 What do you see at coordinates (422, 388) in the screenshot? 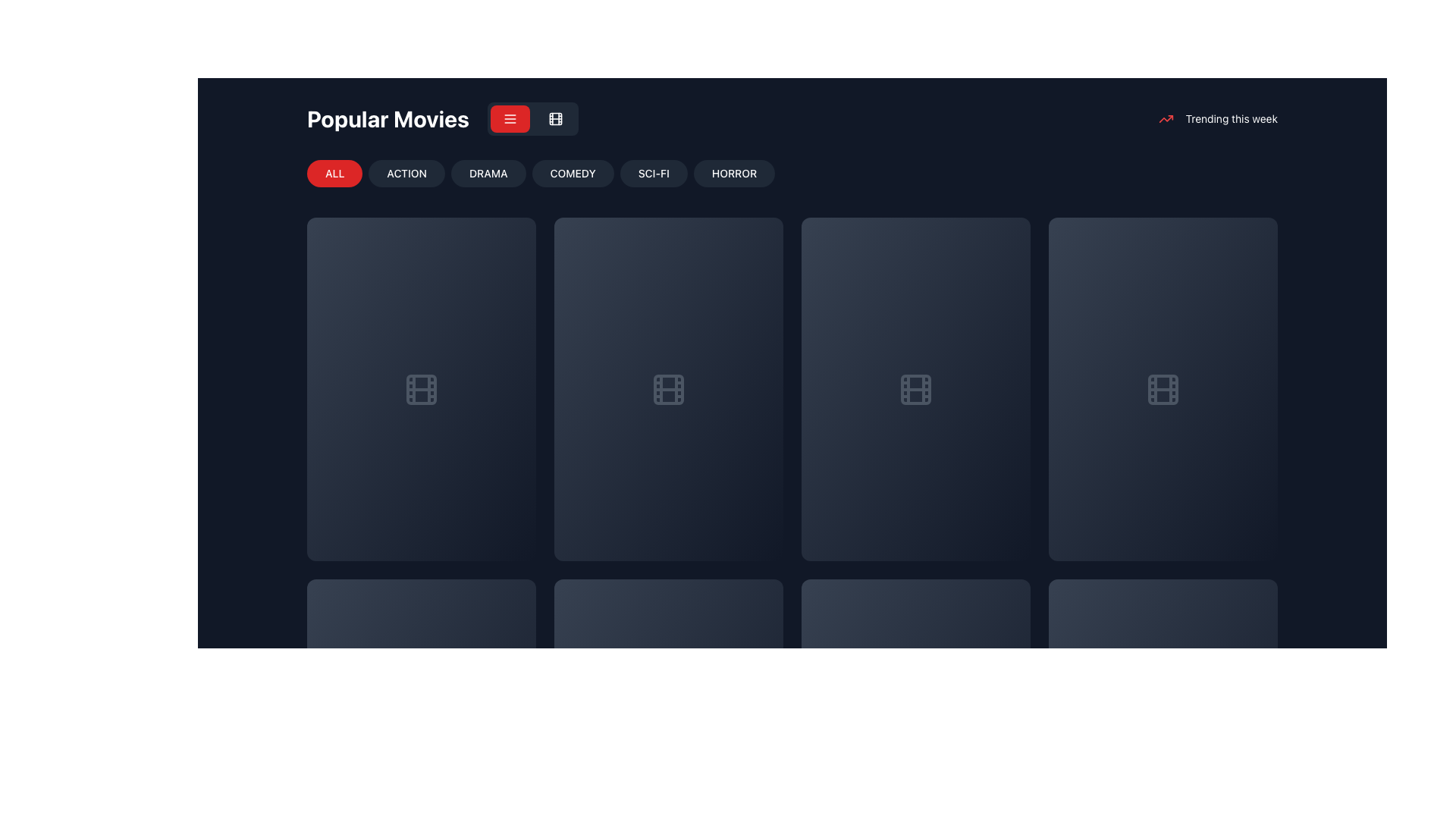
I see `the decorative graphic of the film reel icon located in the first grid cell of the movie cards list` at bounding box center [422, 388].